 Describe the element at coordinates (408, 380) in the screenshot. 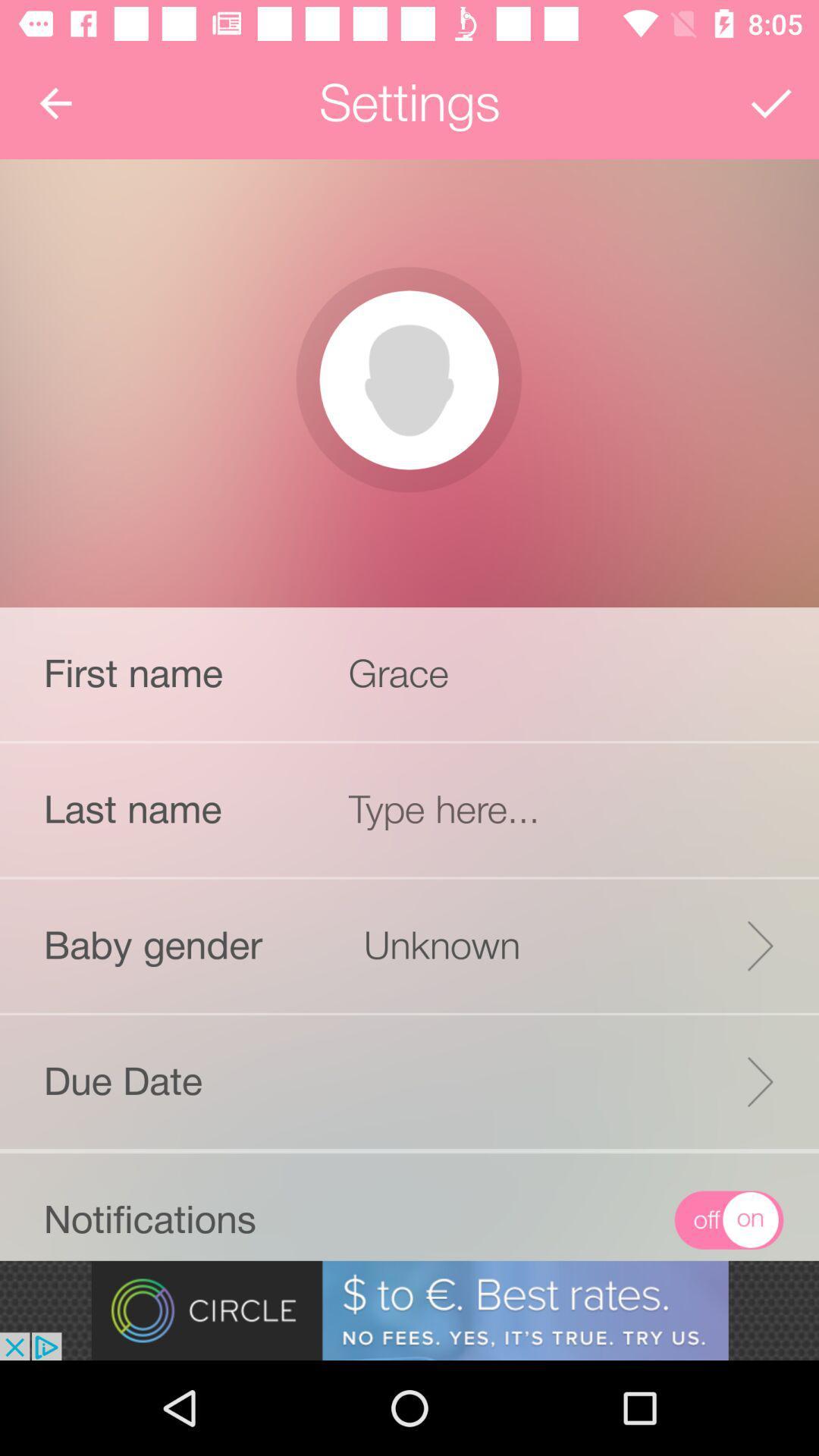

I see `button image` at that location.